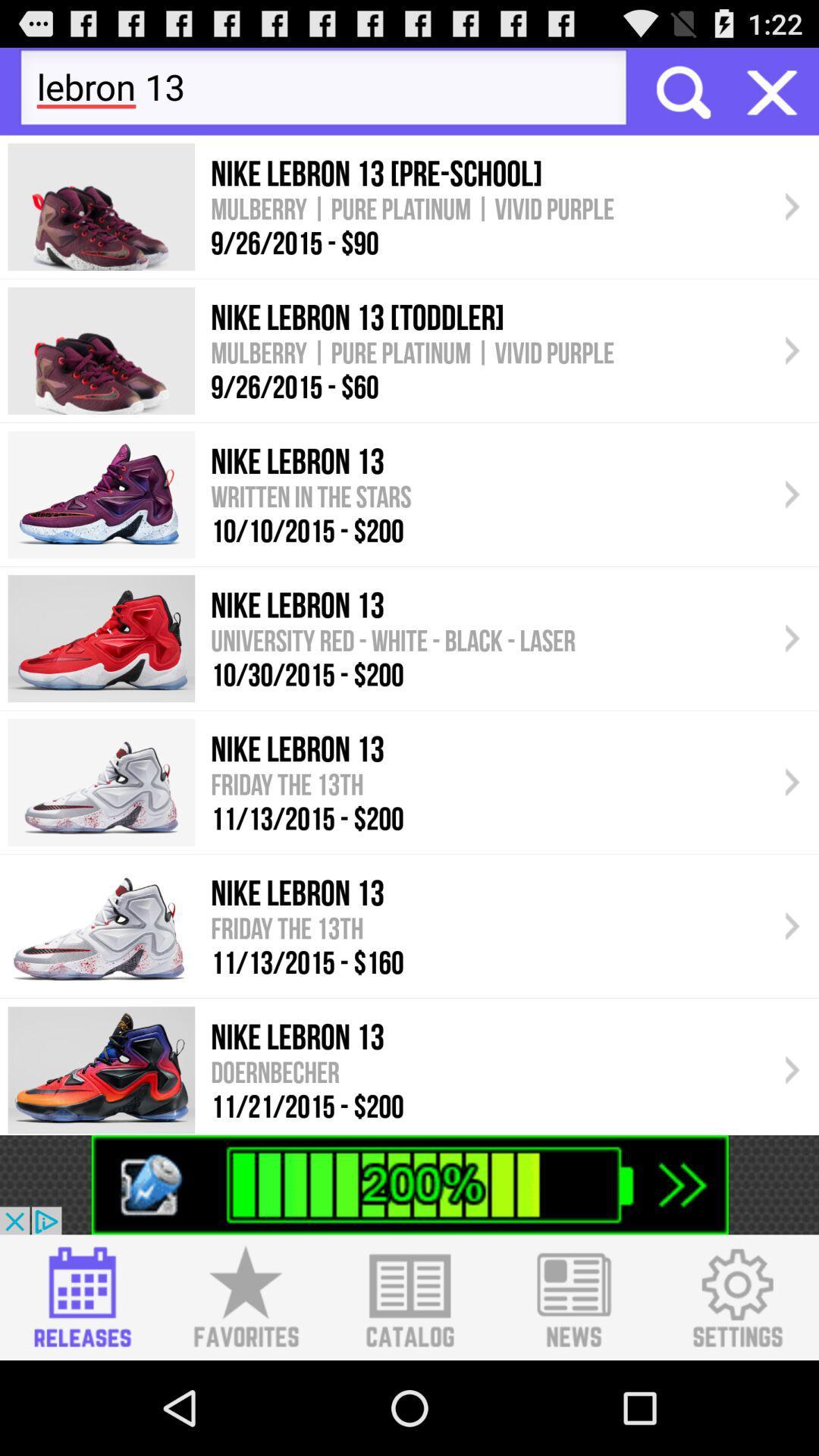 Image resolution: width=819 pixels, height=1456 pixels. I want to click on close, so click(772, 90).